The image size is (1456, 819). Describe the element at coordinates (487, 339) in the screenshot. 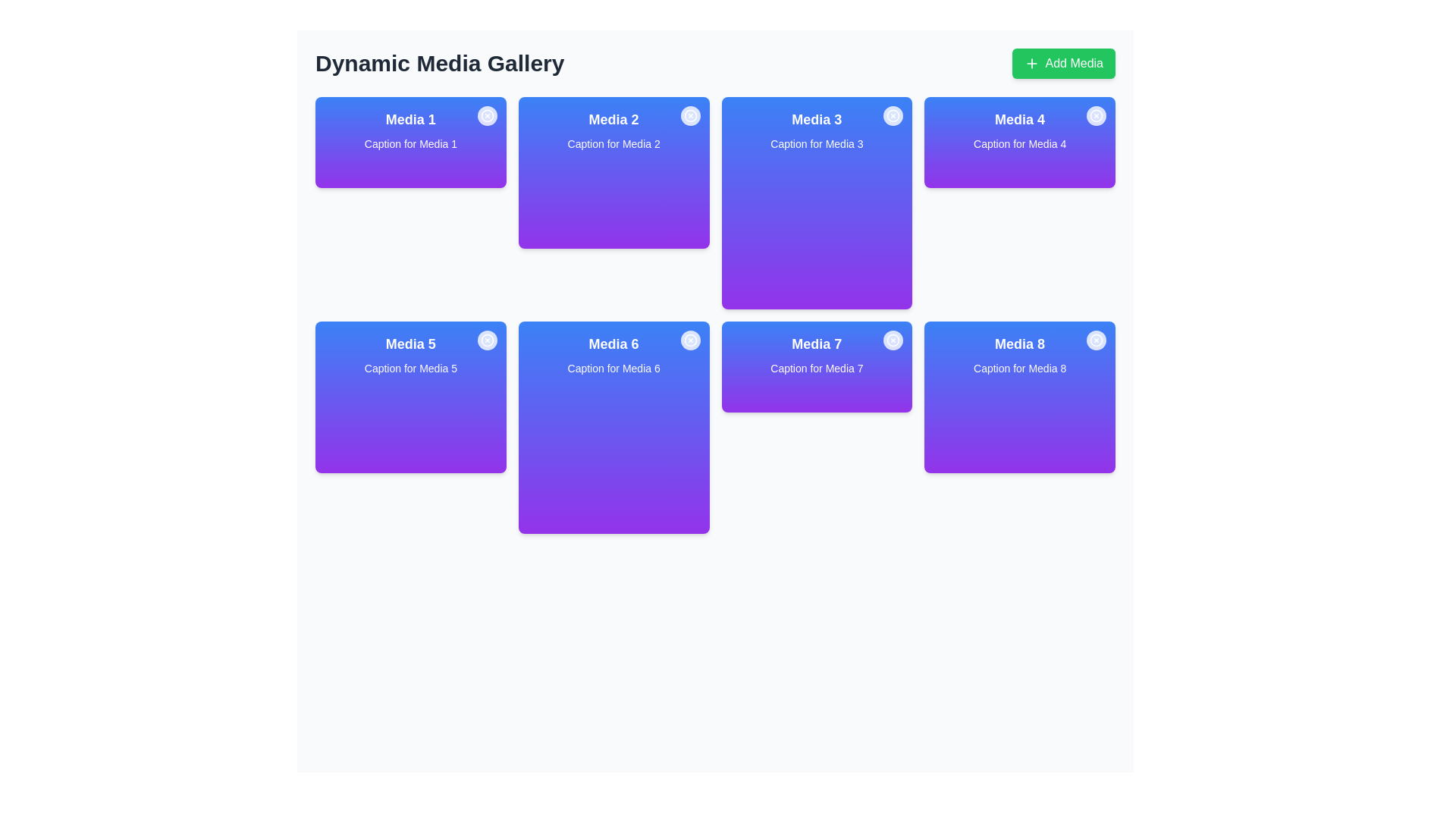

I see `the close icon located in the top-right corner of the 'Media 5' card` at that location.